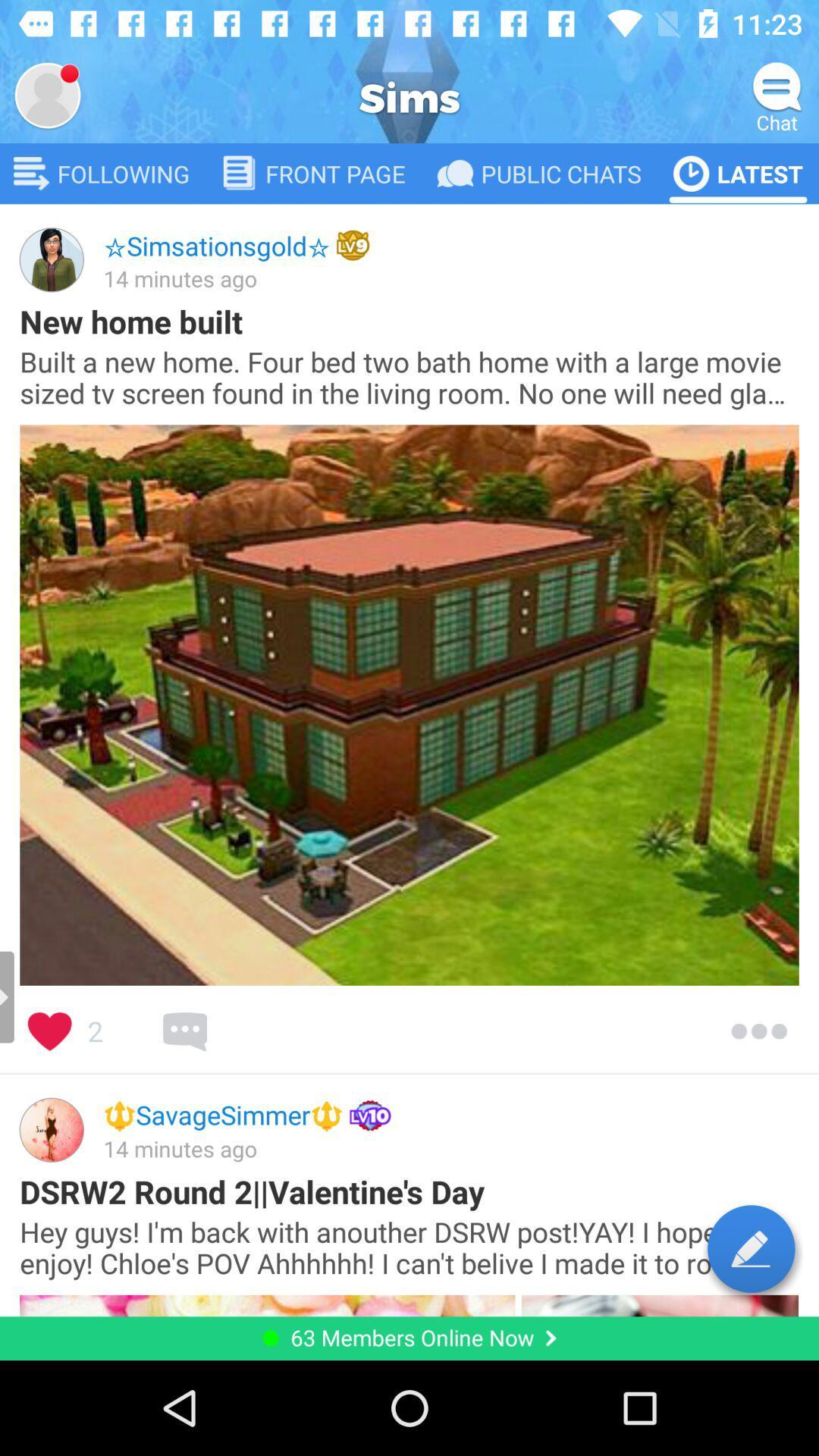 The image size is (819, 1456). What do you see at coordinates (46, 94) in the screenshot?
I see `profile page` at bounding box center [46, 94].